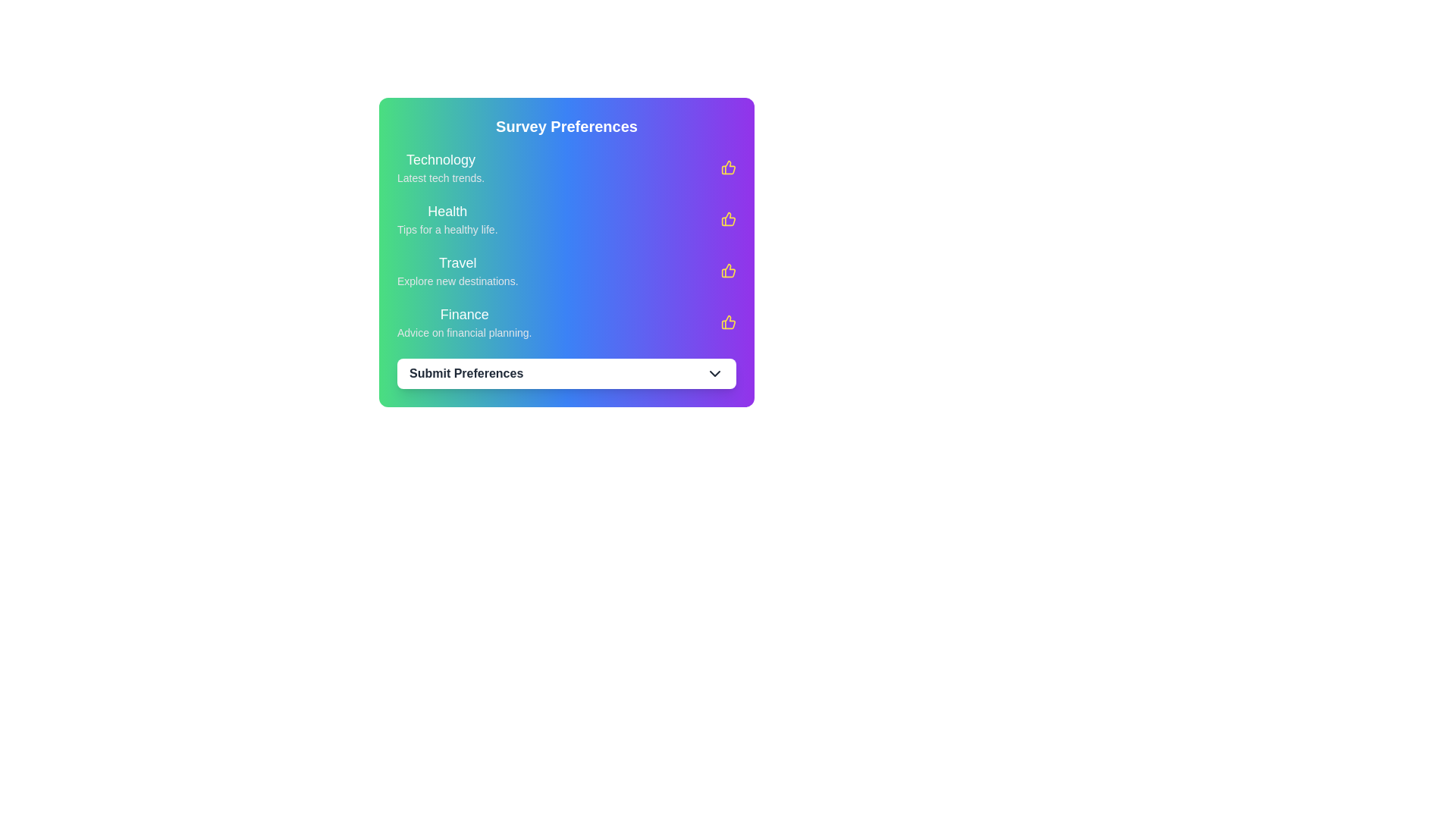 This screenshot has width=1456, height=819. Describe the element at coordinates (447, 230) in the screenshot. I see `the static text label displaying 'Tips for a healthy life.' located below the 'Health' title in the 'Survey Preferences' panel` at that location.